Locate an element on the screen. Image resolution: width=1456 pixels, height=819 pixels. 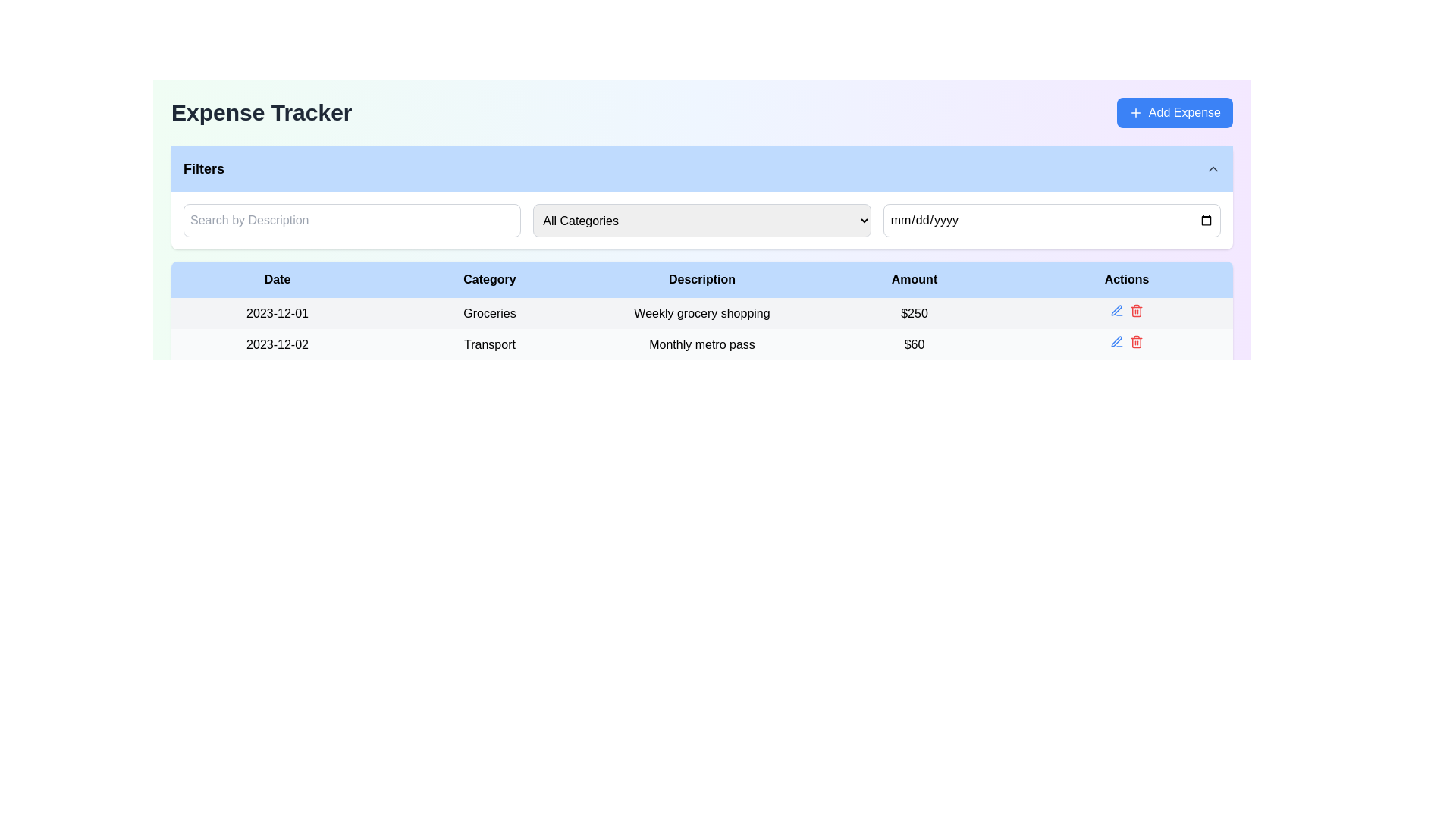
the text label 'Amount', which is styled with a bold black font against a light blue background and is located in the fourth column of a table header row is located at coordinates (913, 280).